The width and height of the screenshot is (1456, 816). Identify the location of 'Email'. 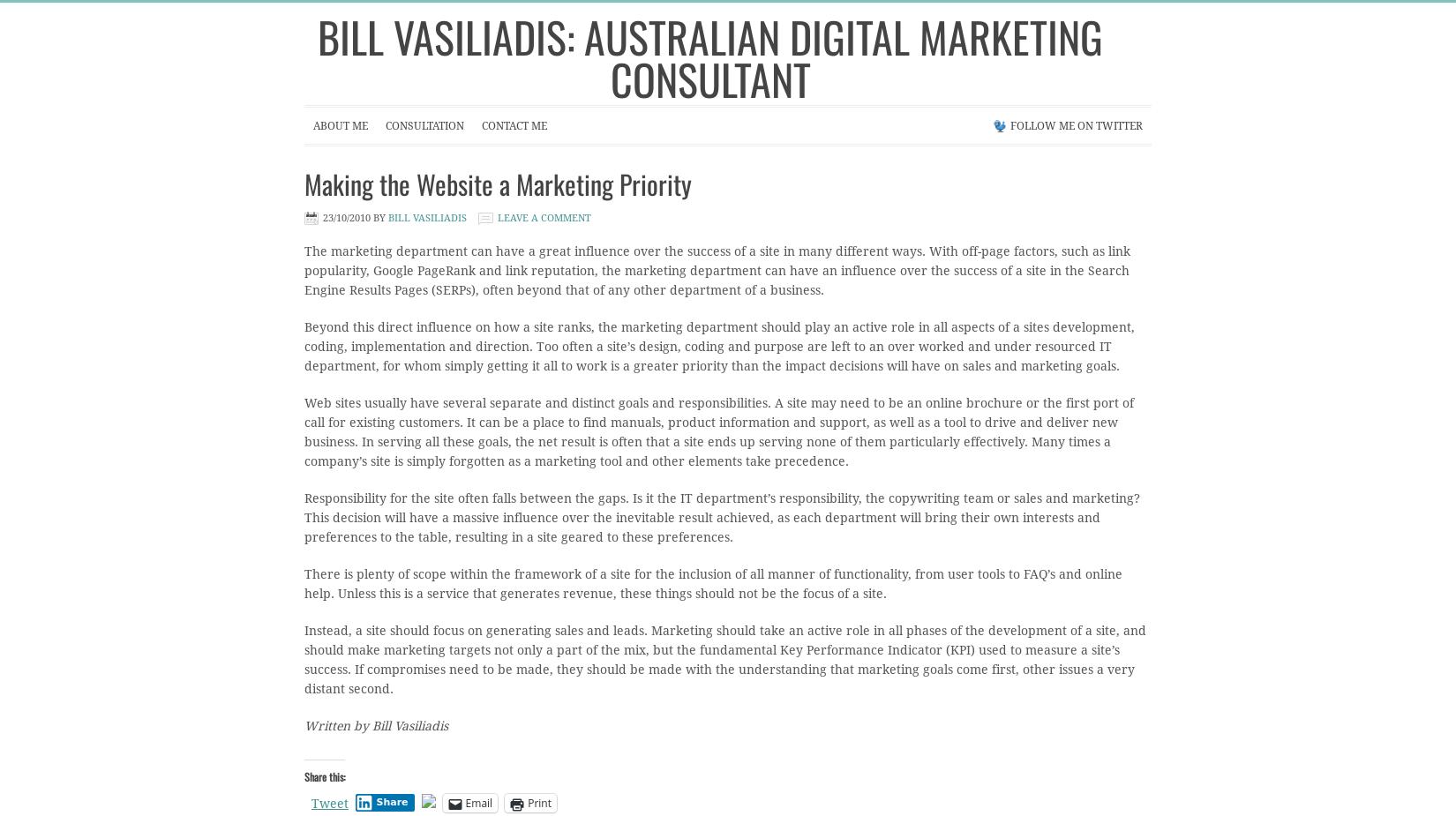
(464, 803).